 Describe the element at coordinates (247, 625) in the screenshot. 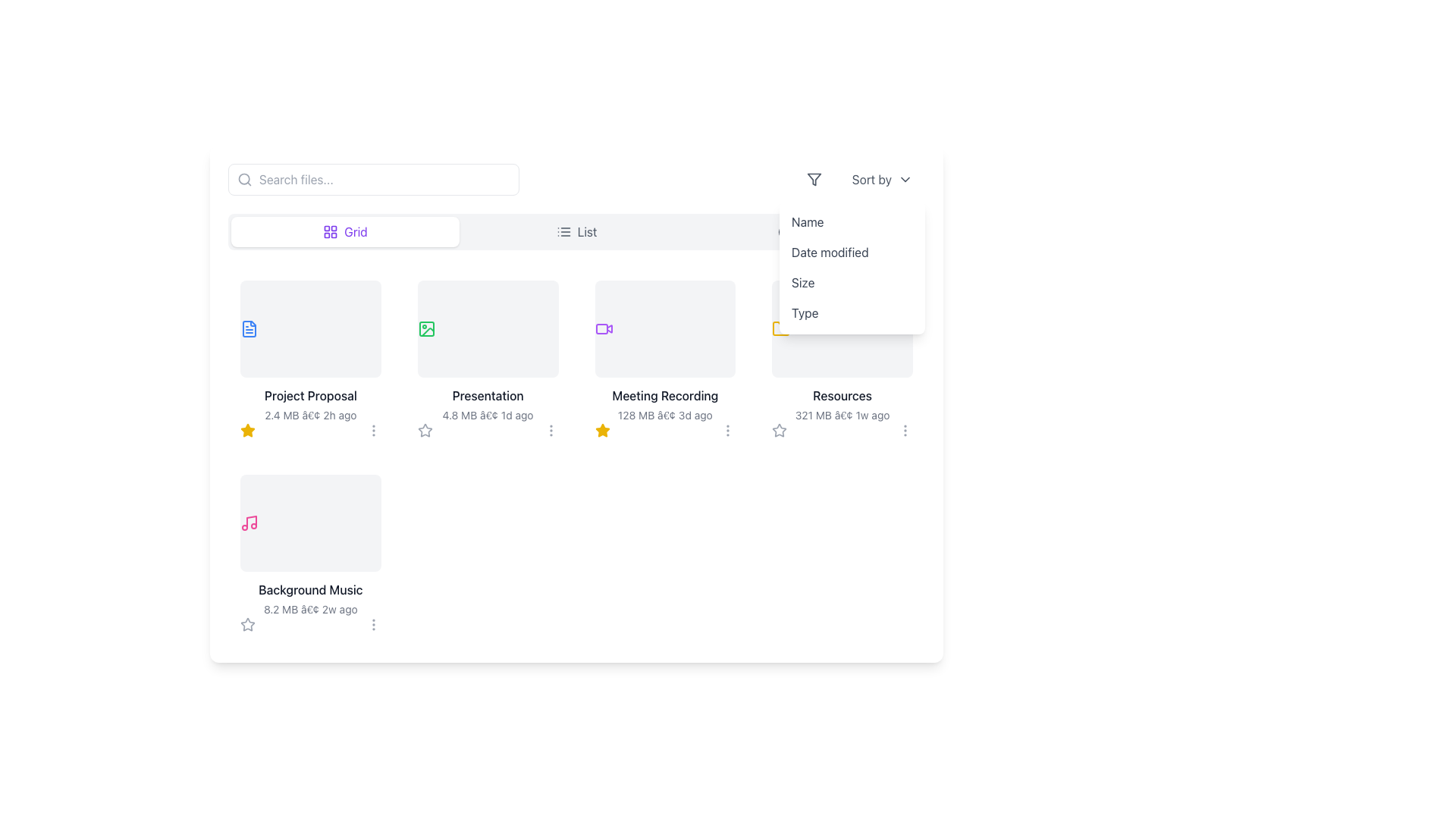

I see `the favorite indicator icon button located below the 'Background Music' file listing, in the second row, as the first element in the horizontal group of interactions` at that location.